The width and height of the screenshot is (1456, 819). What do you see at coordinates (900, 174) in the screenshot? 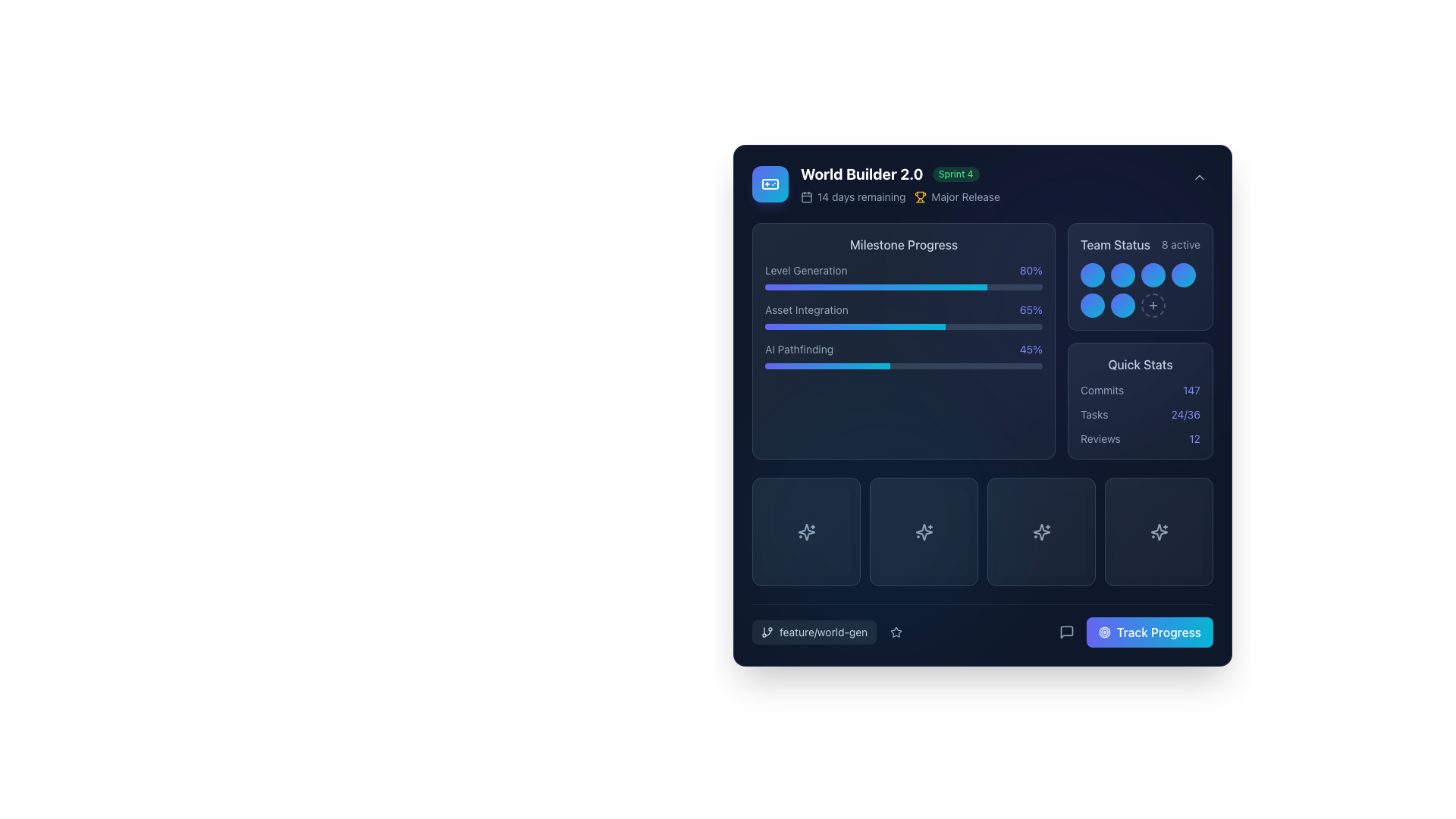
I see `text of the prominent Text label 'World Builder 2.0' with the adjacent badge 'Sprint 4' located in the top-left region of the interface` at bounding box center [900, 174].